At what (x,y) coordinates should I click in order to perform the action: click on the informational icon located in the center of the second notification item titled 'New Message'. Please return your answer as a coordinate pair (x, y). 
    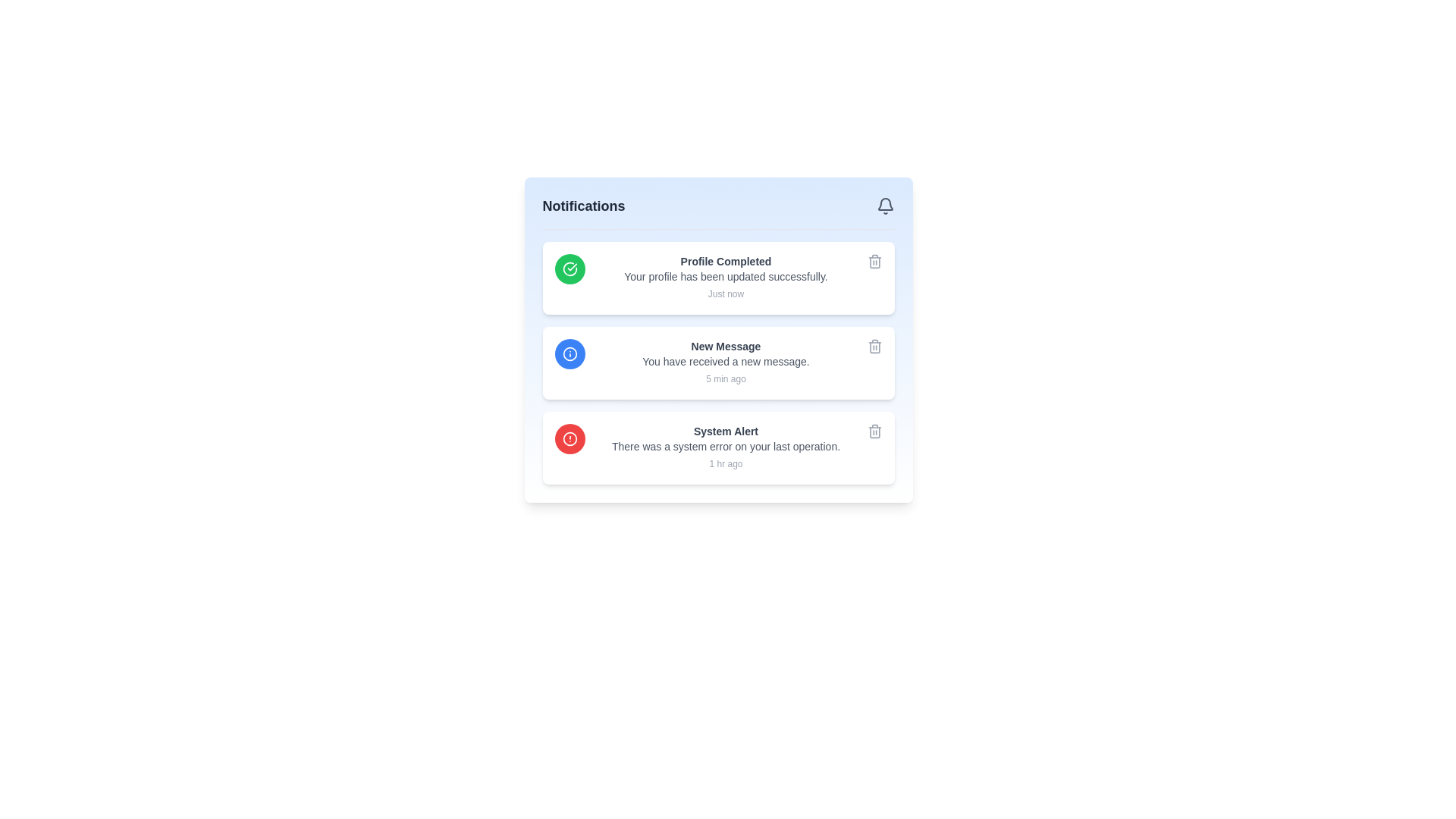
    Looking at the image, I should click on (569, 353).